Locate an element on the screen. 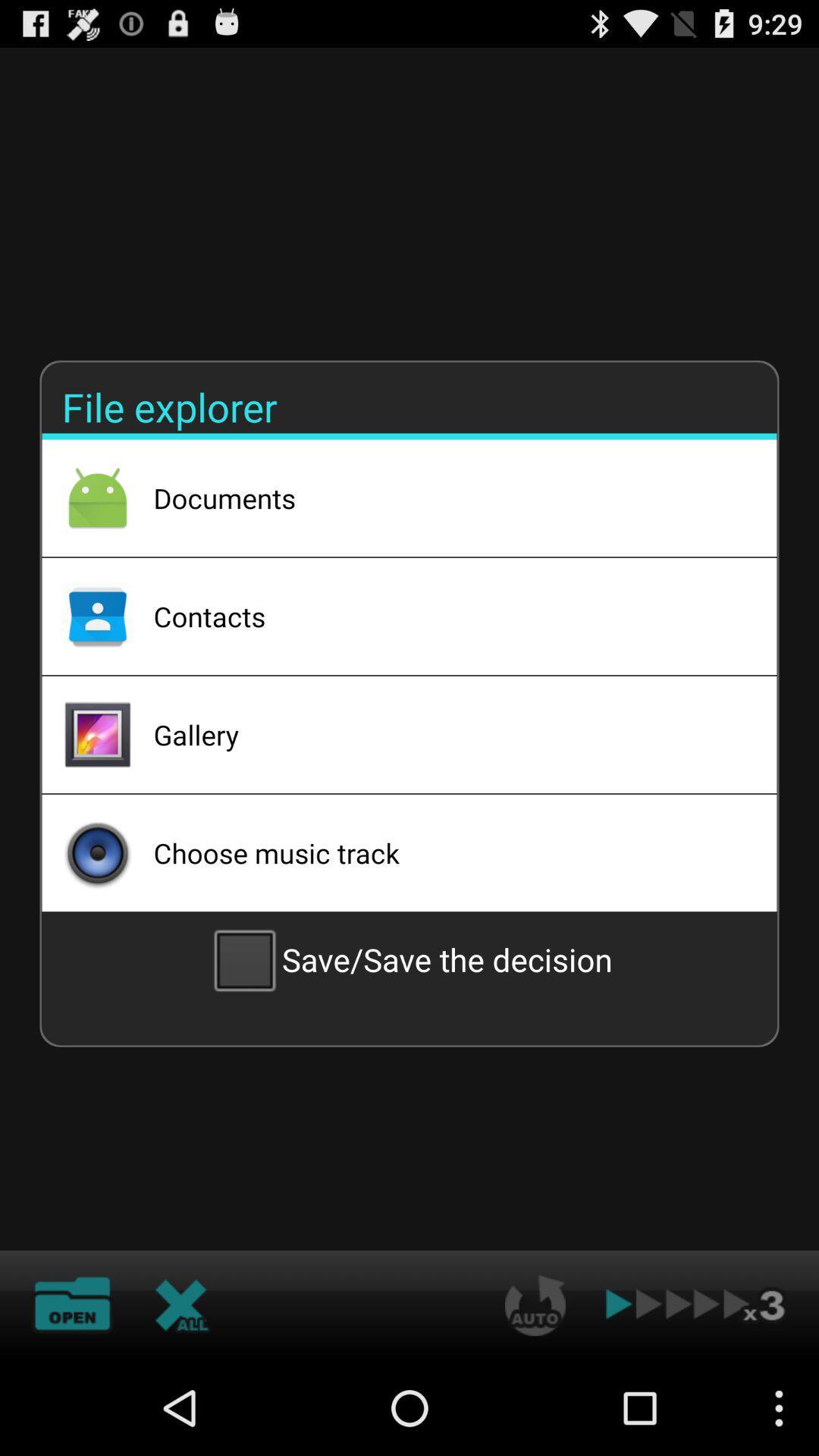 This screenshot has width=819, height=1456. the contacts item is located at coordinates (444, 616).